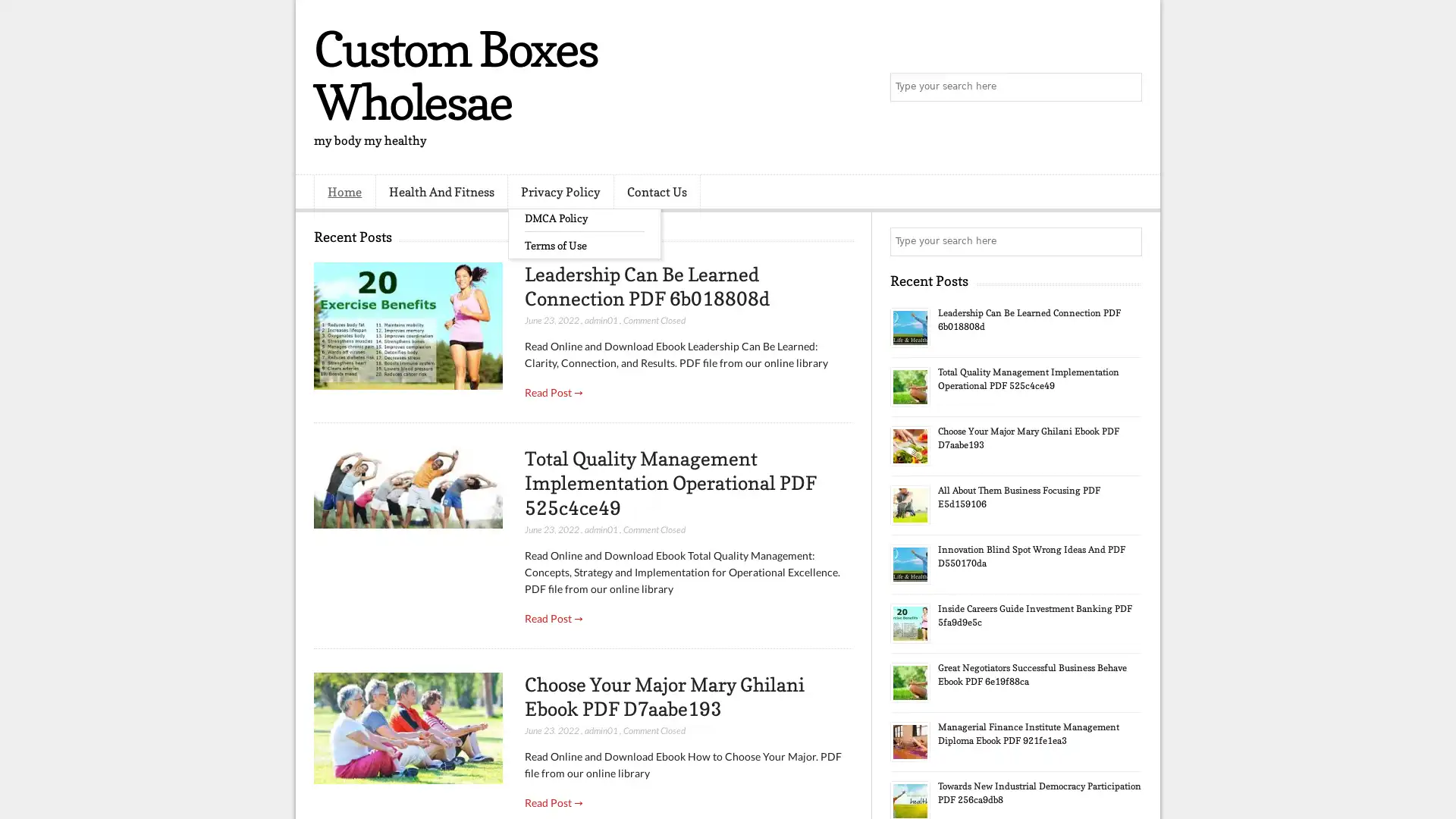 The width and height of the screenshot is (1456, 819). Describe the element at coordinates (1126, 87) in the screenshot. I see `Search` at that location.